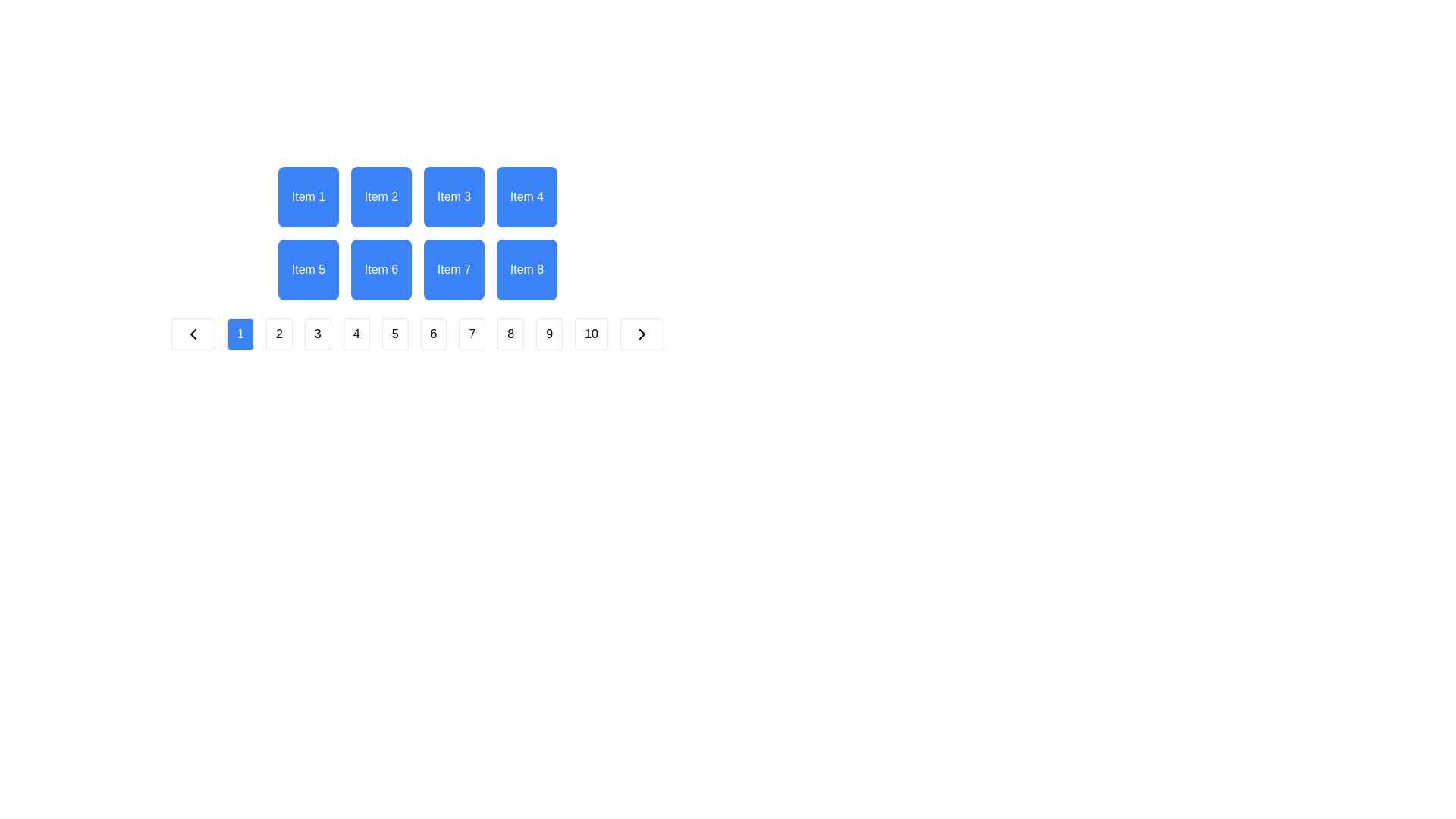 The image size is (1456, 819). What do you see at coordinates (527, 268) in the screenshot?
I see `the blue square button with rounded corners labeled 'Item 8' located in the fourth position of the second row in a 4x2 grid layout` at bounding box center [527, 268].